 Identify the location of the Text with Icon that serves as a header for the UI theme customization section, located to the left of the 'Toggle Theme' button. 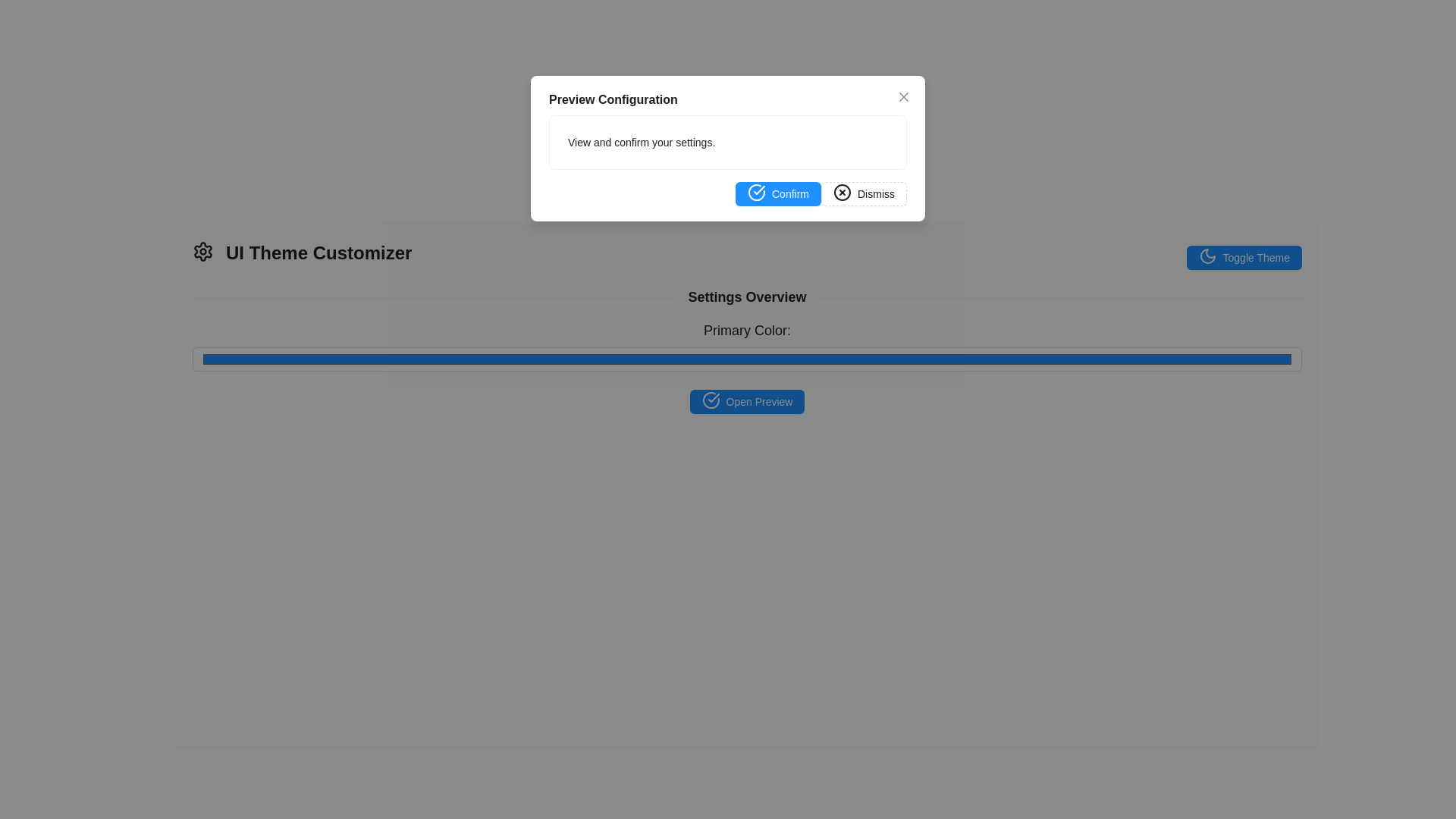
(302, 253).